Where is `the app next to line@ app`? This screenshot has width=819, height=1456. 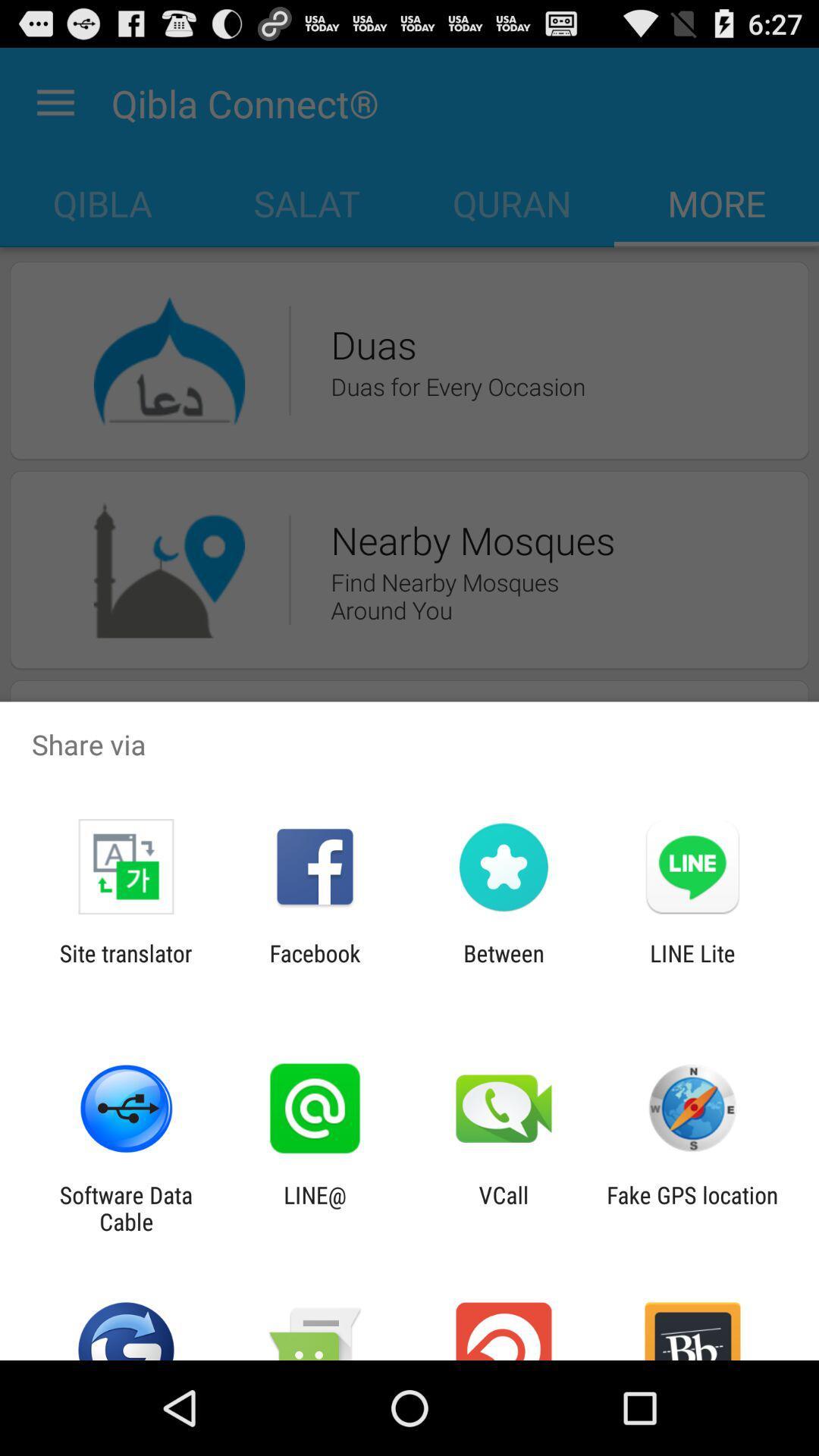
the app next to line@ app is located at coordinates (125, 1207).